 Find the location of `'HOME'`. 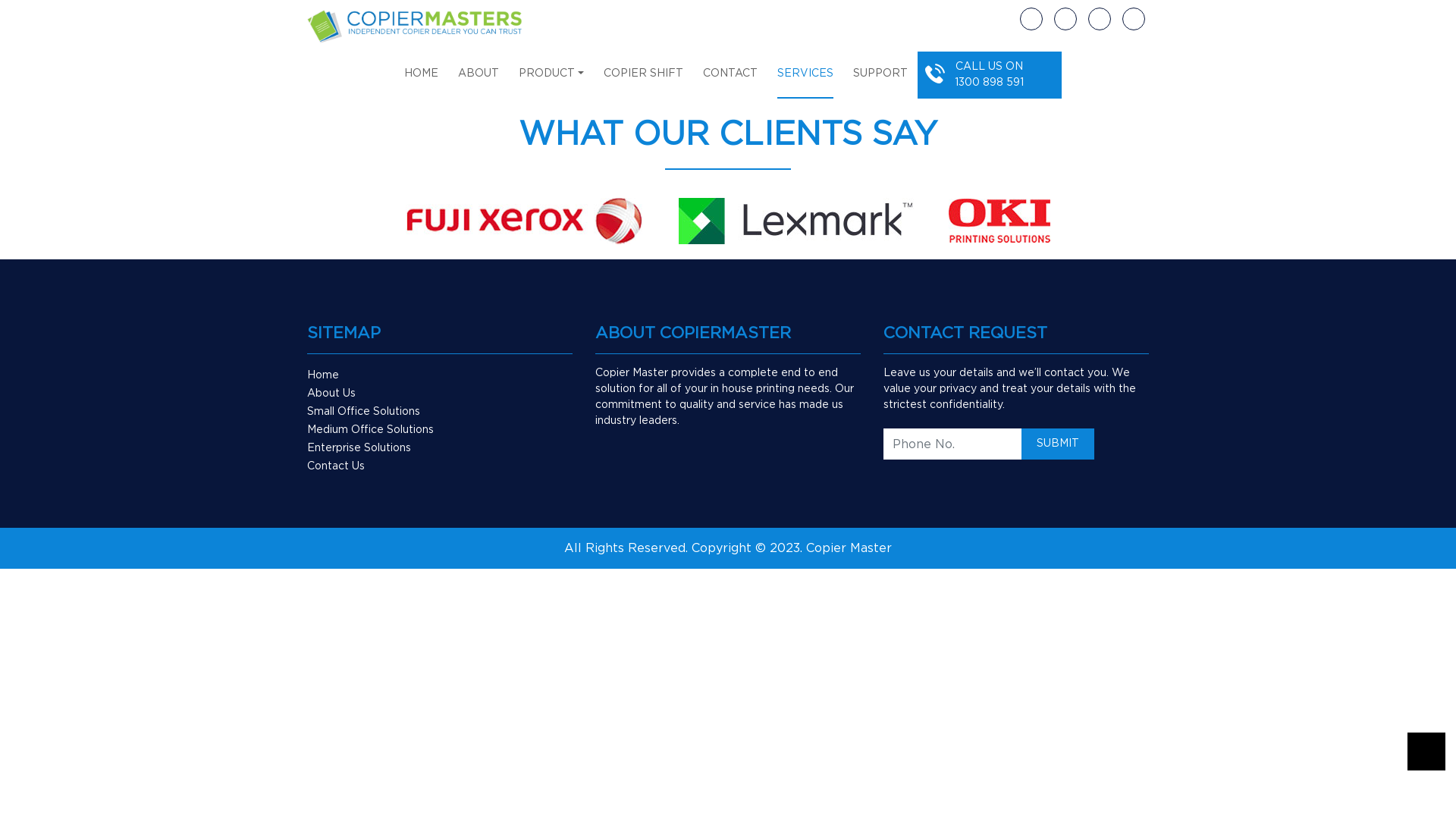

'HOME' is located at coordinates (403, 81).